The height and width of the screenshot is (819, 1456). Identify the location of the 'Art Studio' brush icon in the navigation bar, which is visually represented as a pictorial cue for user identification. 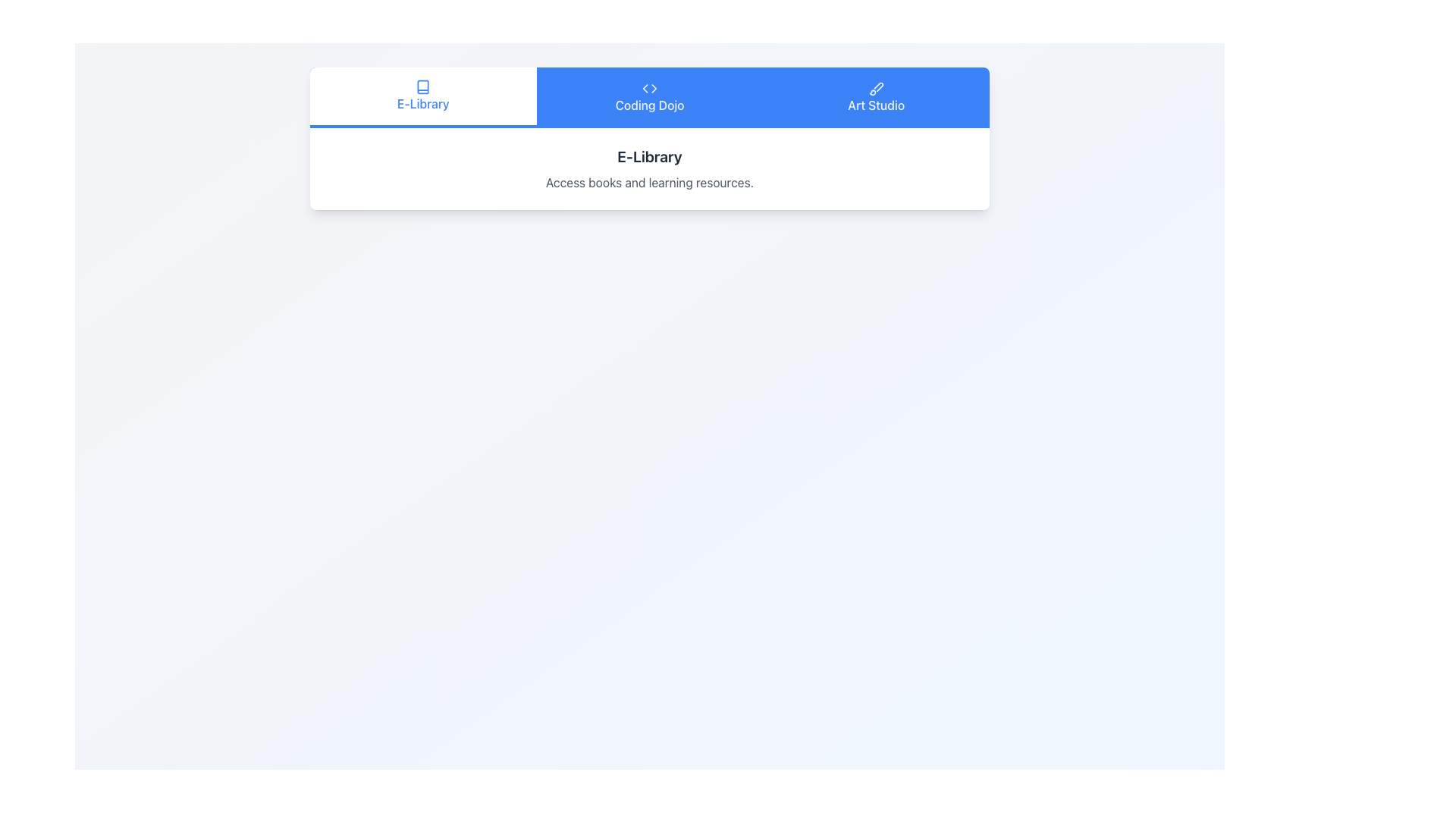
(876, 88).